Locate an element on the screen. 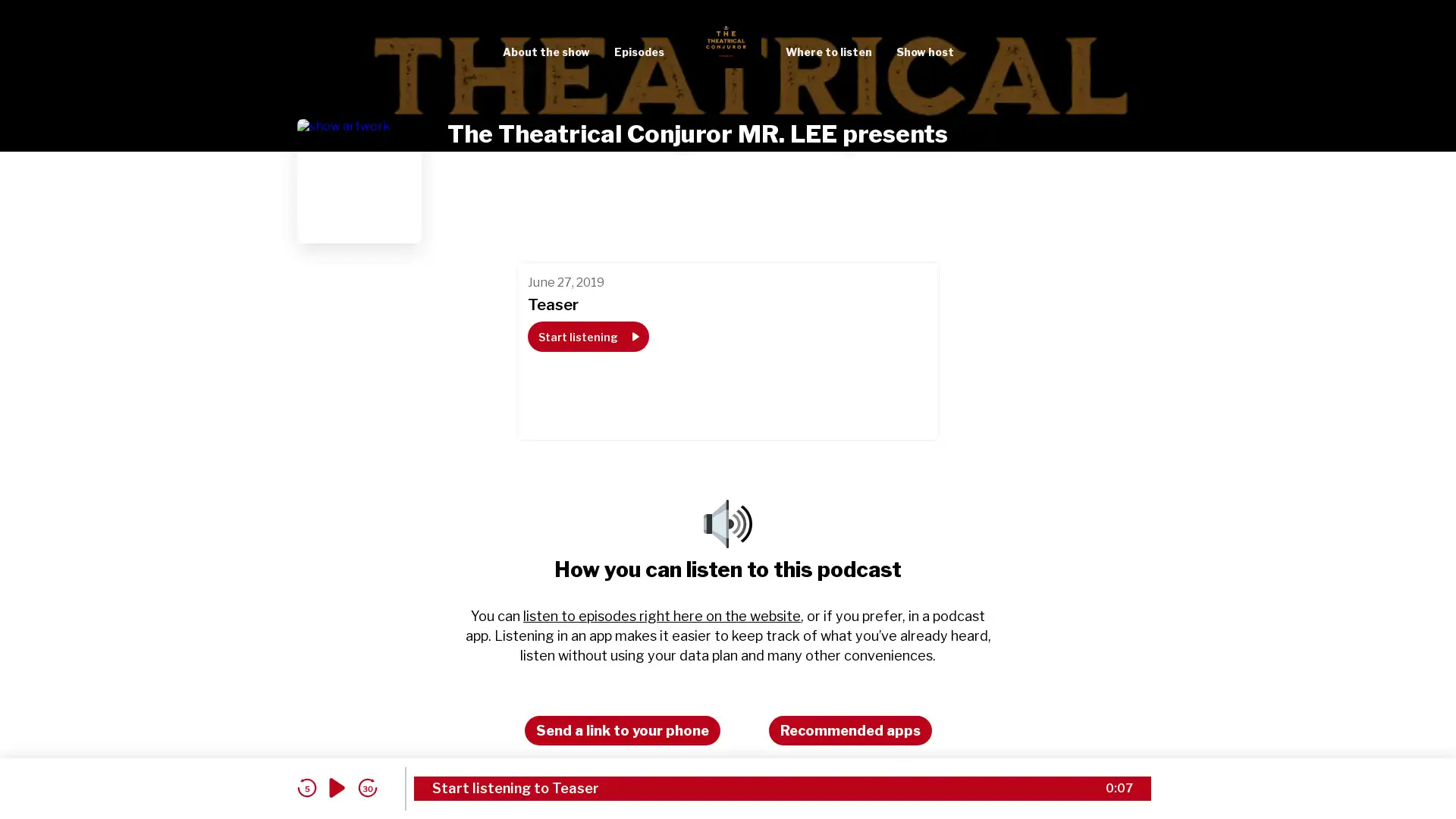 The image size is (1456, 819). Send a link to your phone is located at coordinates (622, 730).